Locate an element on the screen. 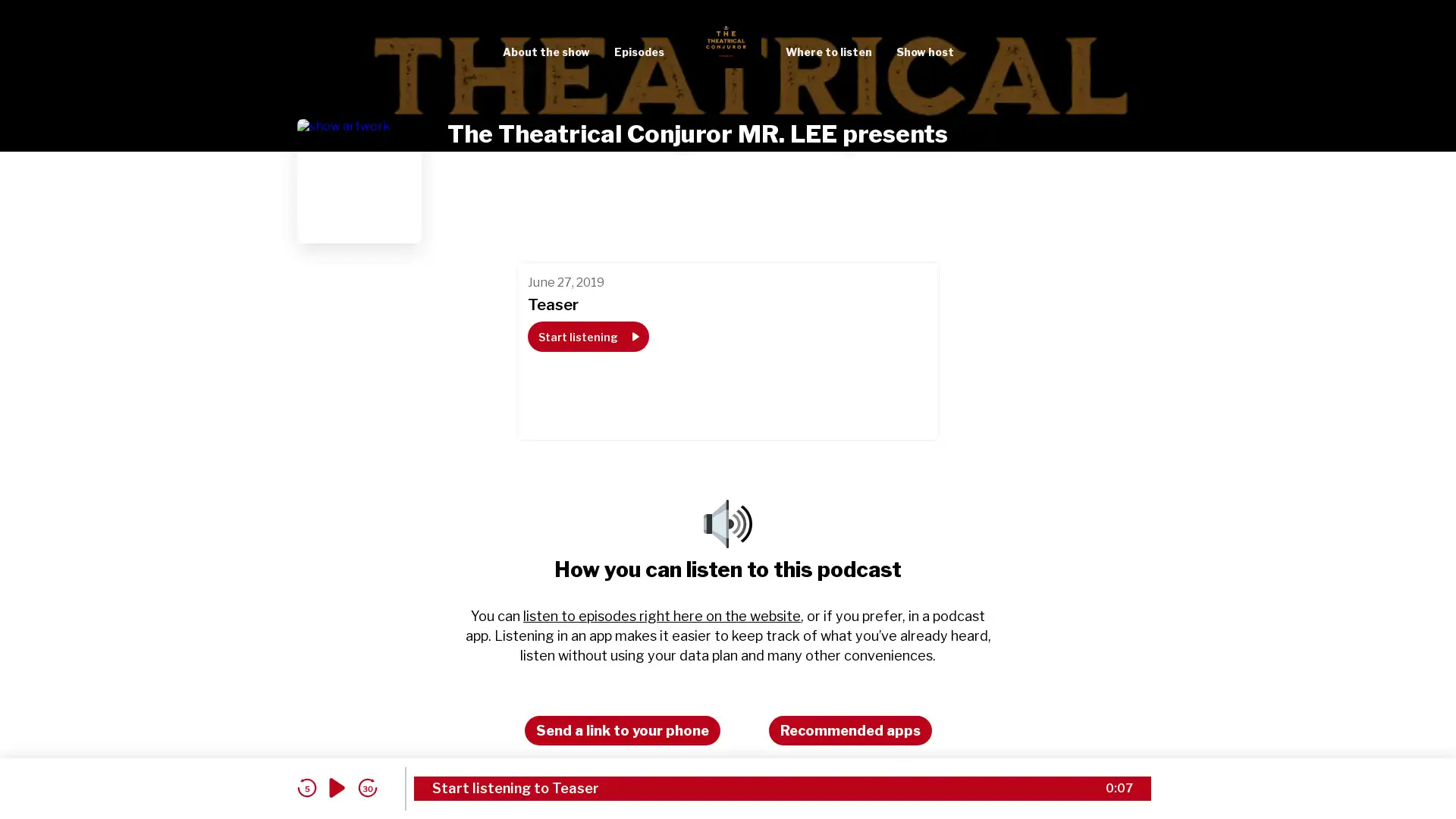 The image size is (1456, 819). Send a link to your phone is located at coordinates (622, 730).